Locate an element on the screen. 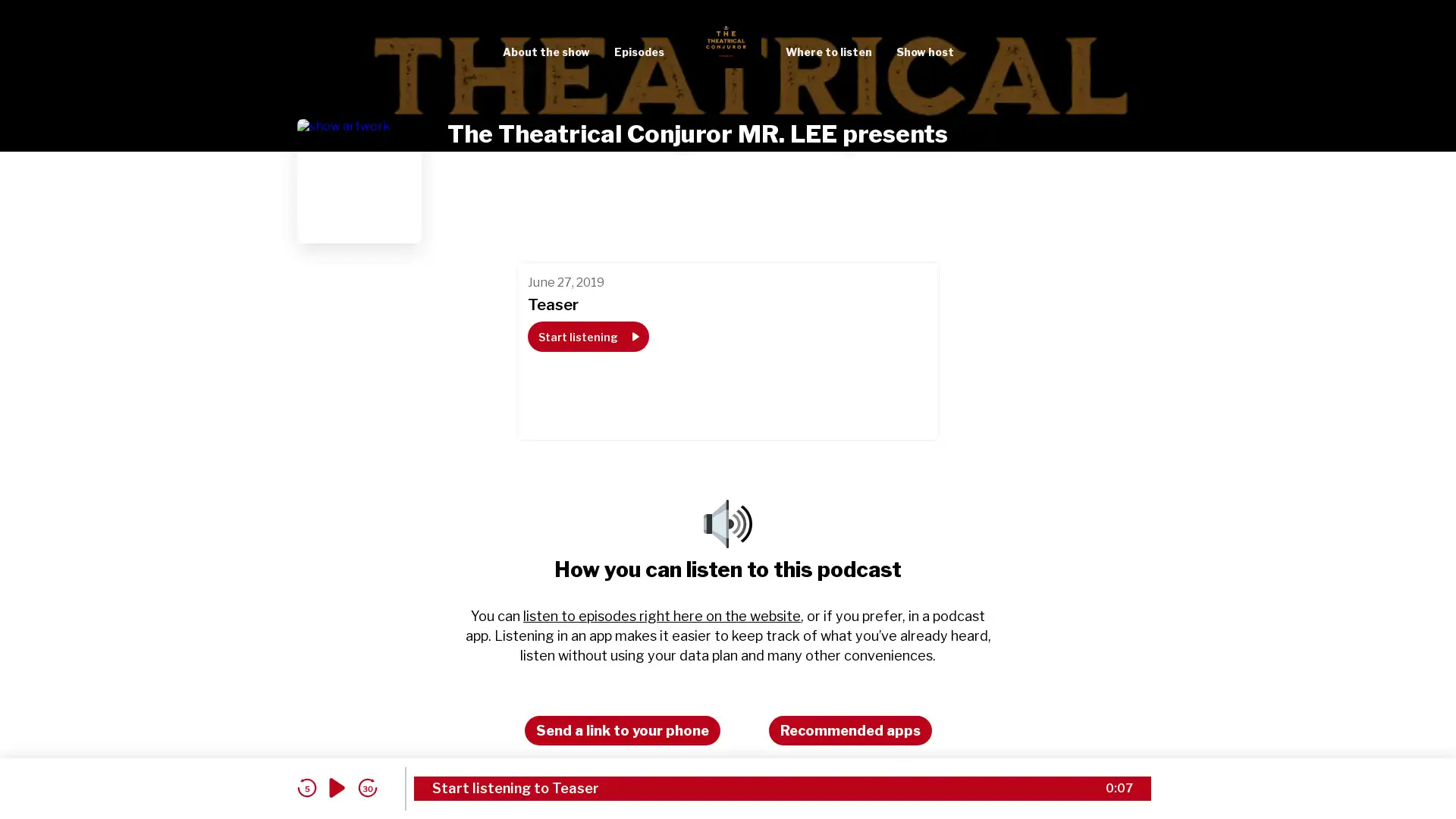 The image size is (1456, 819). Send a link to your phone is located at coordinates (622, 730).